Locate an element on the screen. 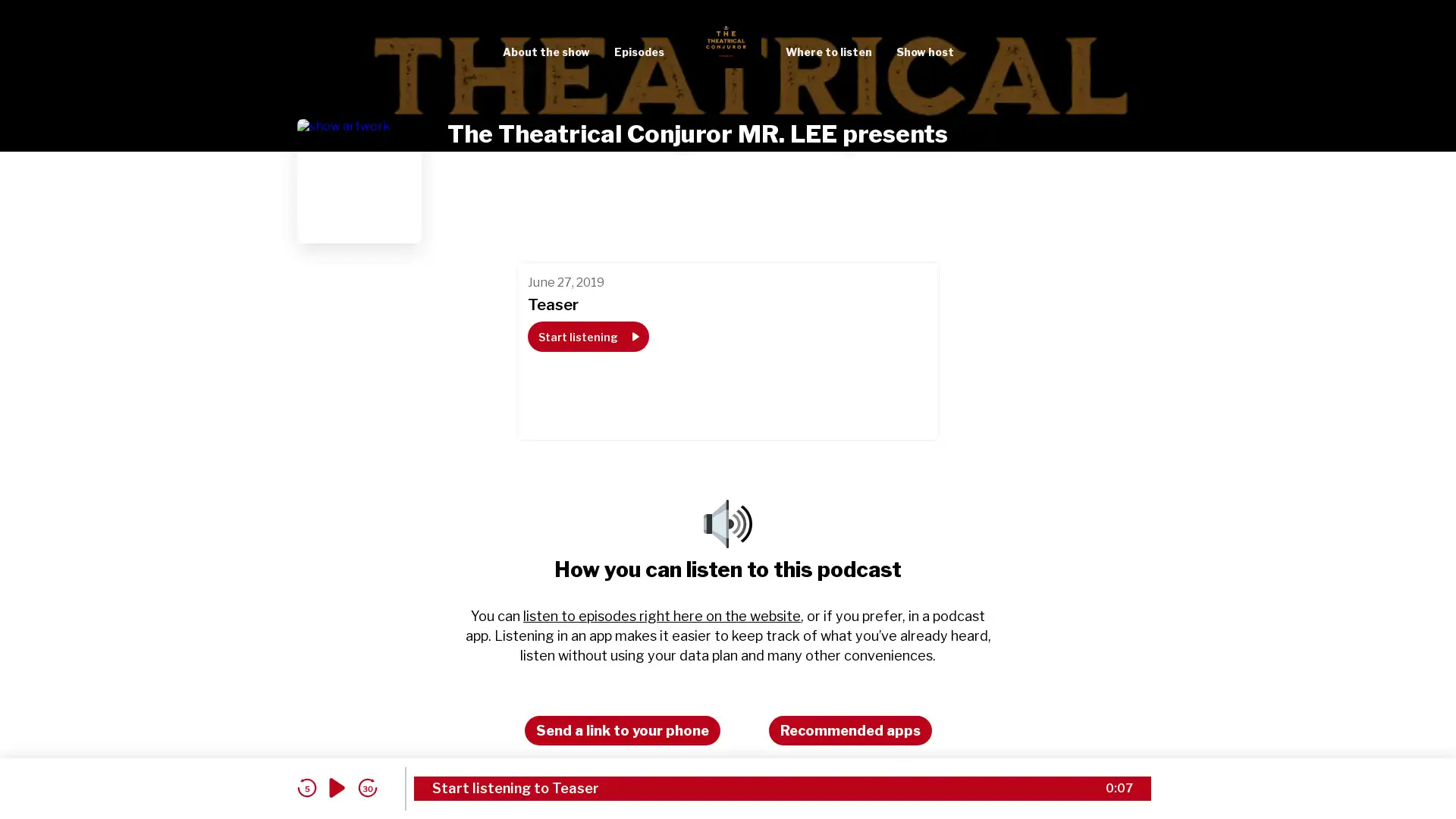 The image size is (1456, 819). Send a link to your phone is located at coordinates (622, 730).